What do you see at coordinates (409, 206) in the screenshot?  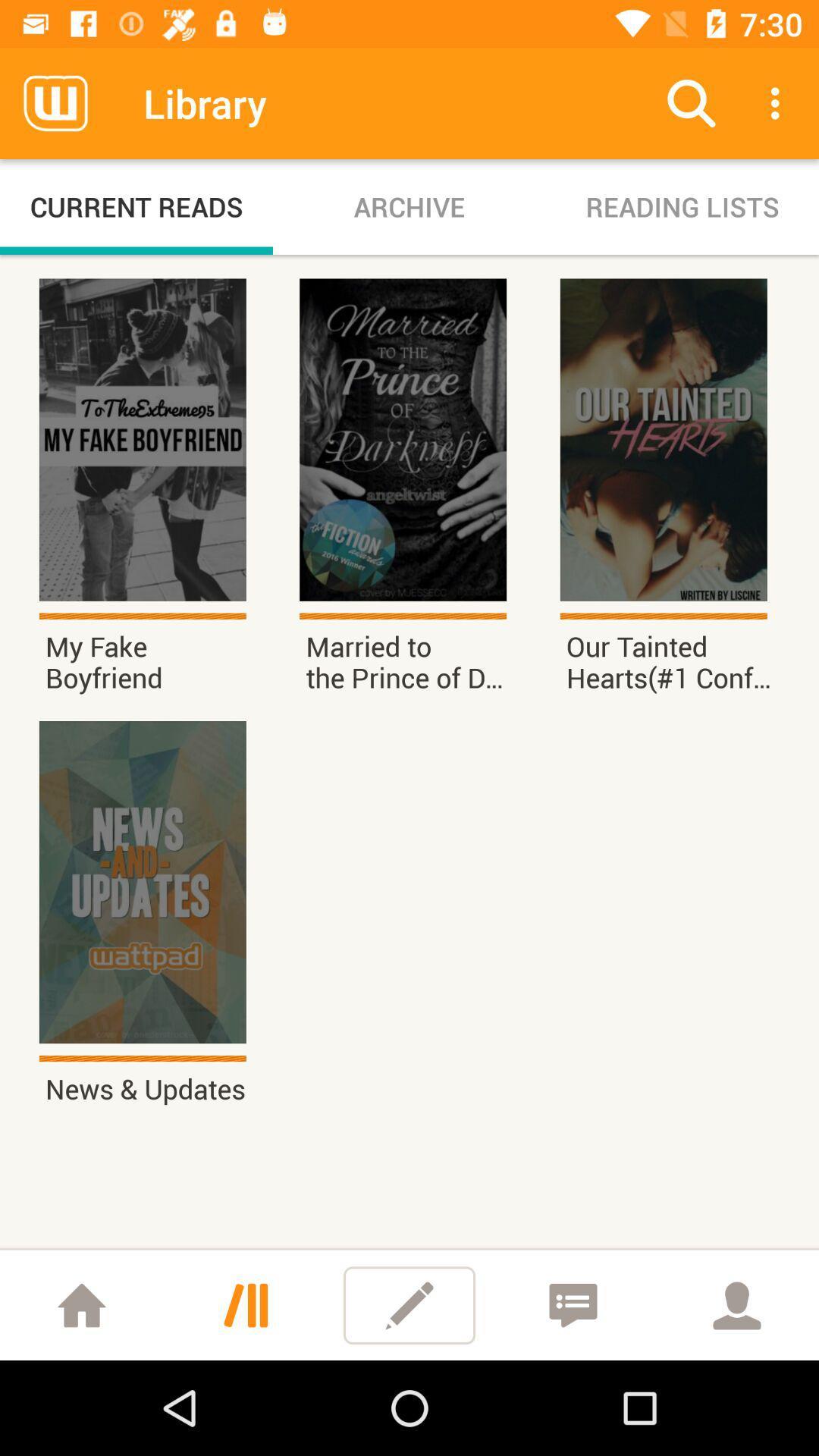 I see `item next to the reading lists icon` at bounding box center [409, 206].